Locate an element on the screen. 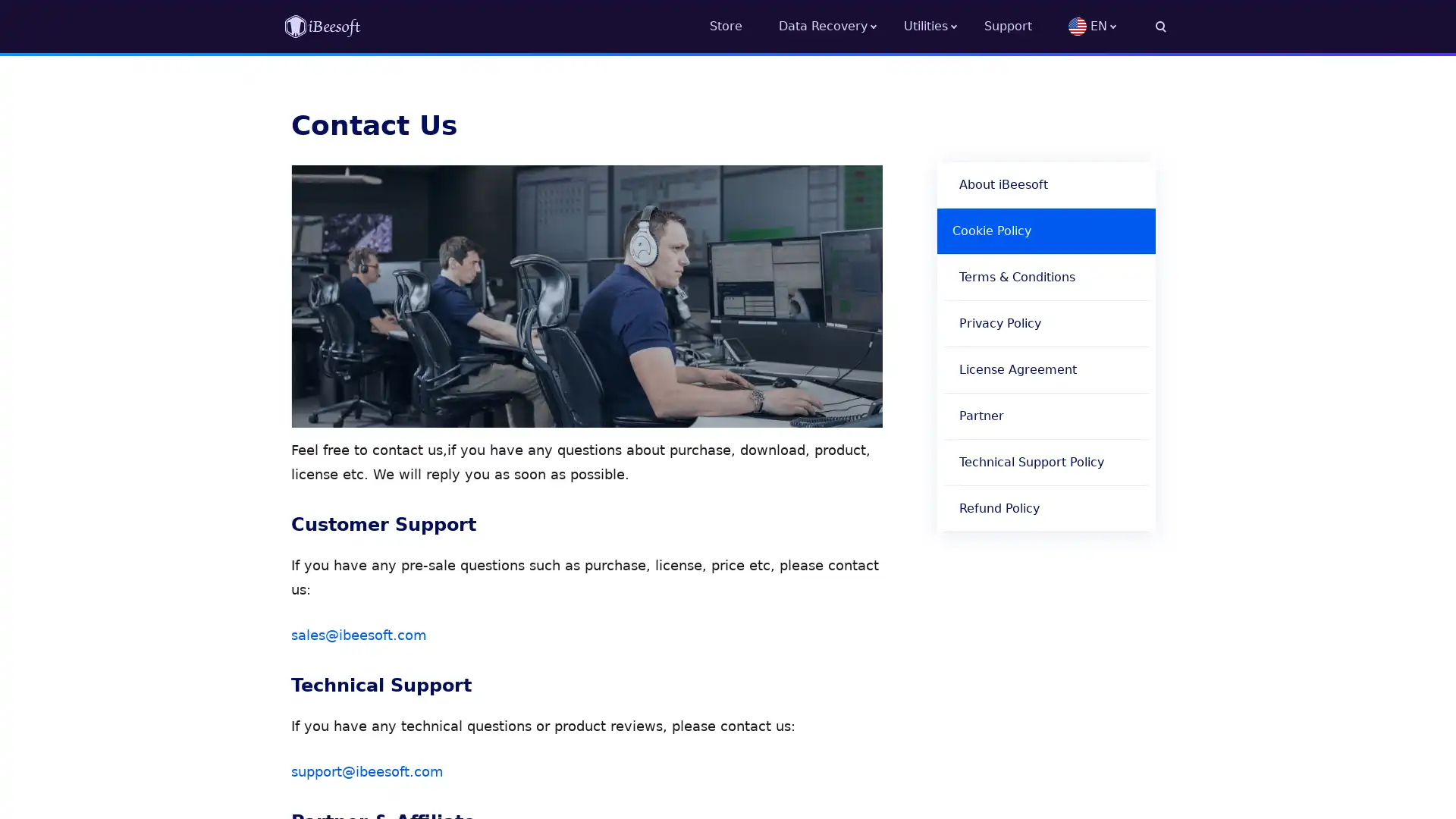  products is located at coordinates (840, 26).